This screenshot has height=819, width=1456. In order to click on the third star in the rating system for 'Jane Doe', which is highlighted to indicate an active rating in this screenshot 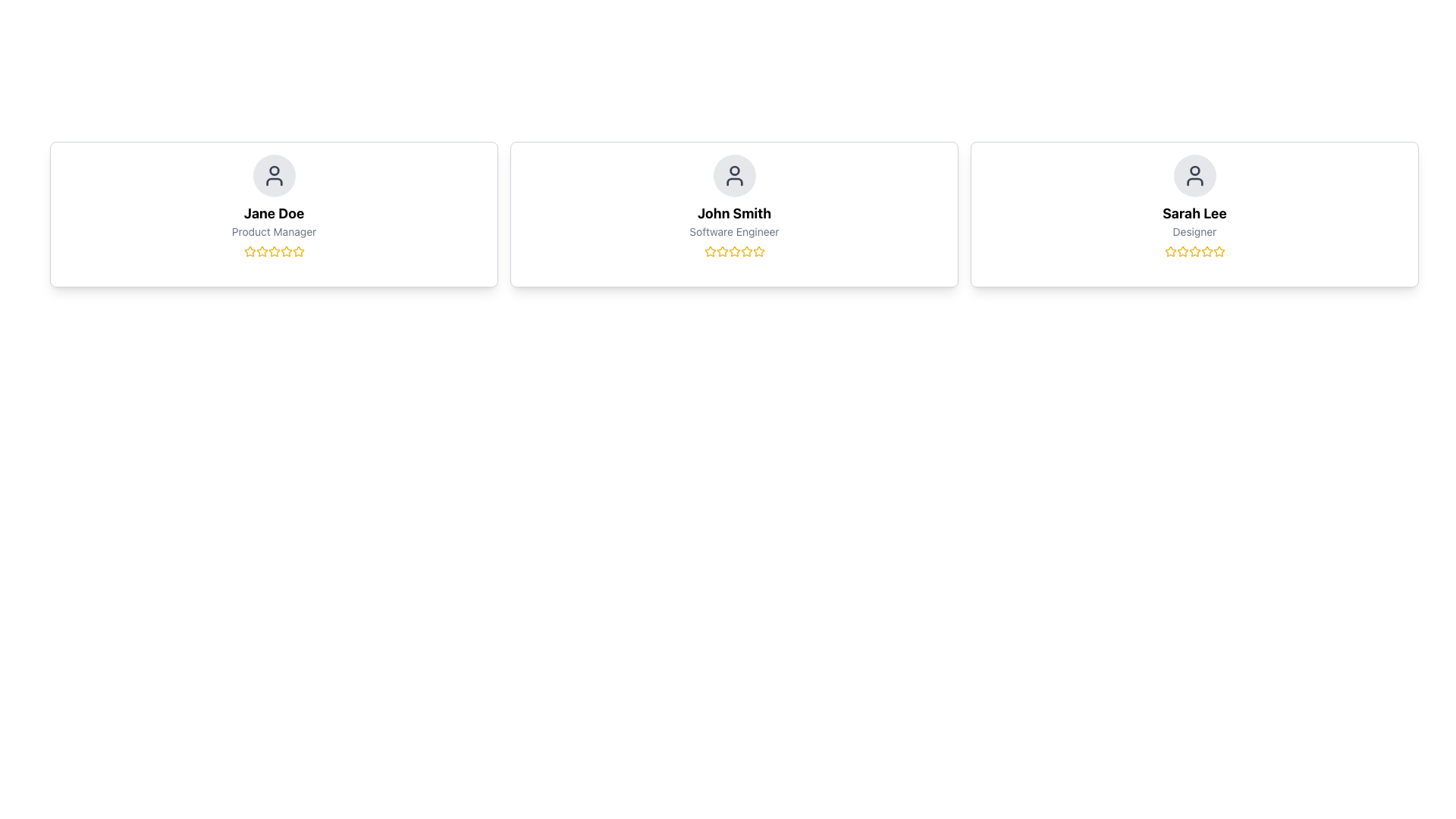, I will do `click(274, 250)`.